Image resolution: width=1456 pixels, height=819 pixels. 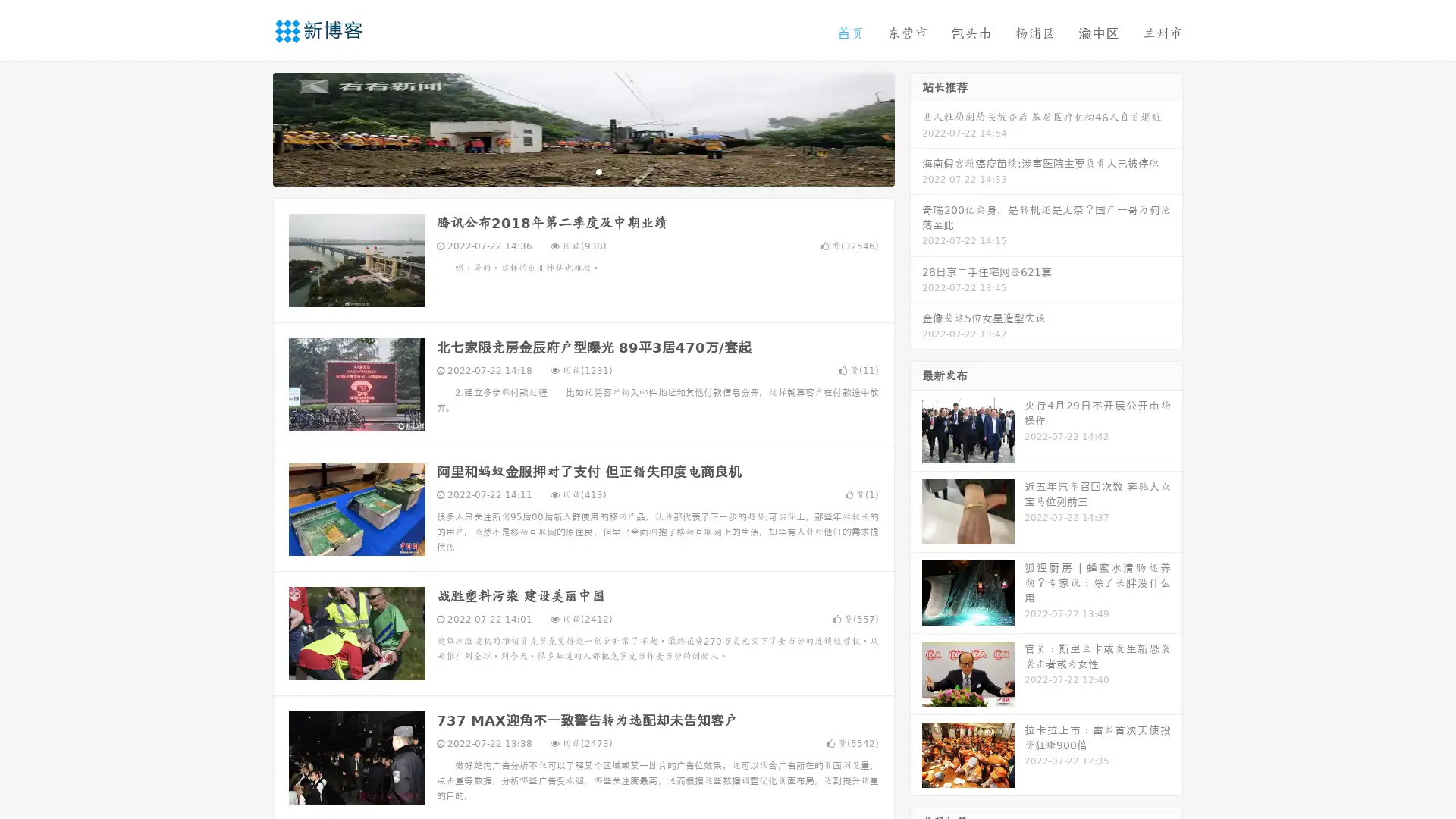 I want to click on Next slide, so click(x=916, y=127).